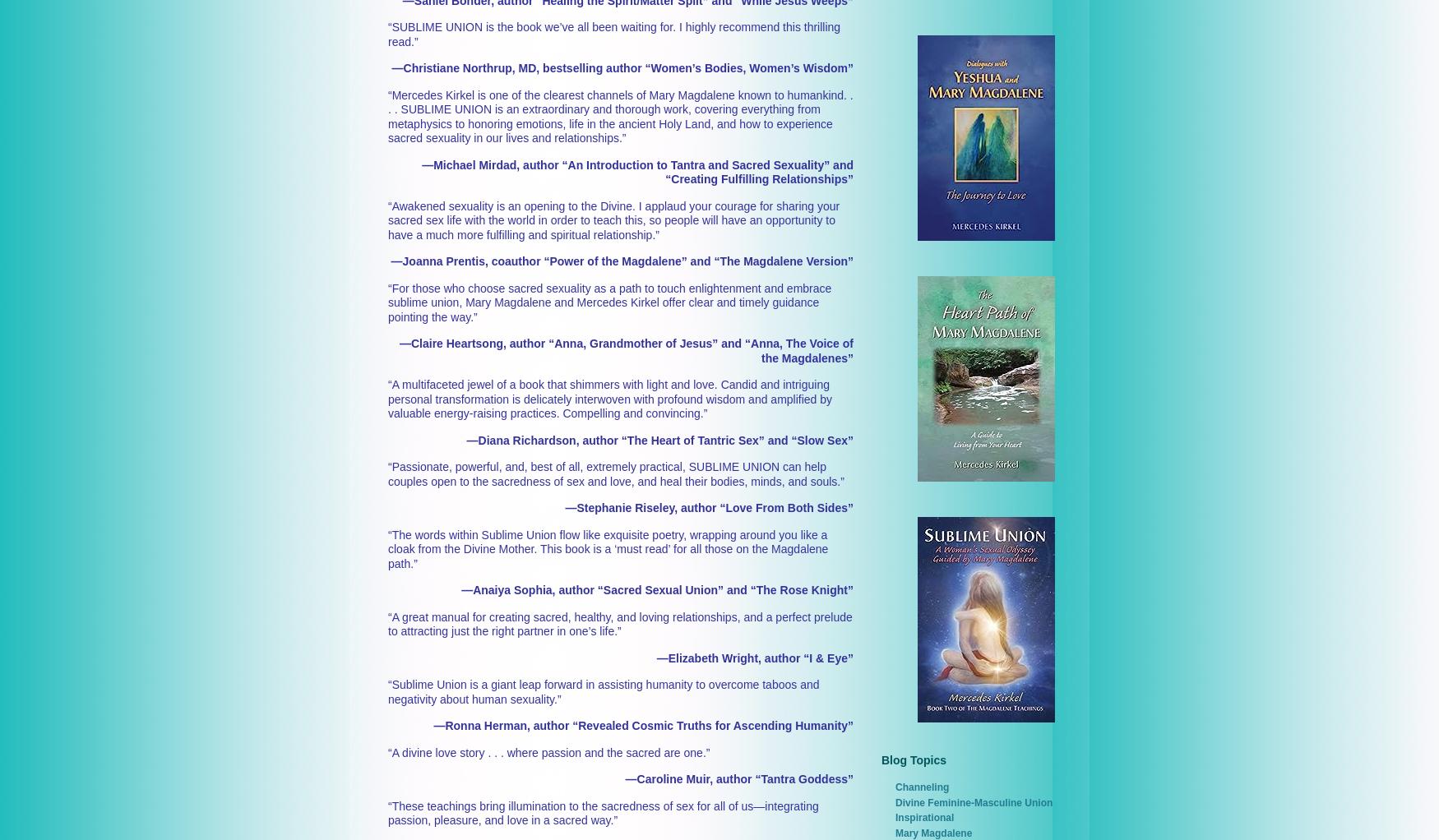 The height and width of the screenshot is (840, 1439). What do you see at coordinates (924, 818) in the screenshot?
I see `'Inspirational'` at bounding box center [924, 818].